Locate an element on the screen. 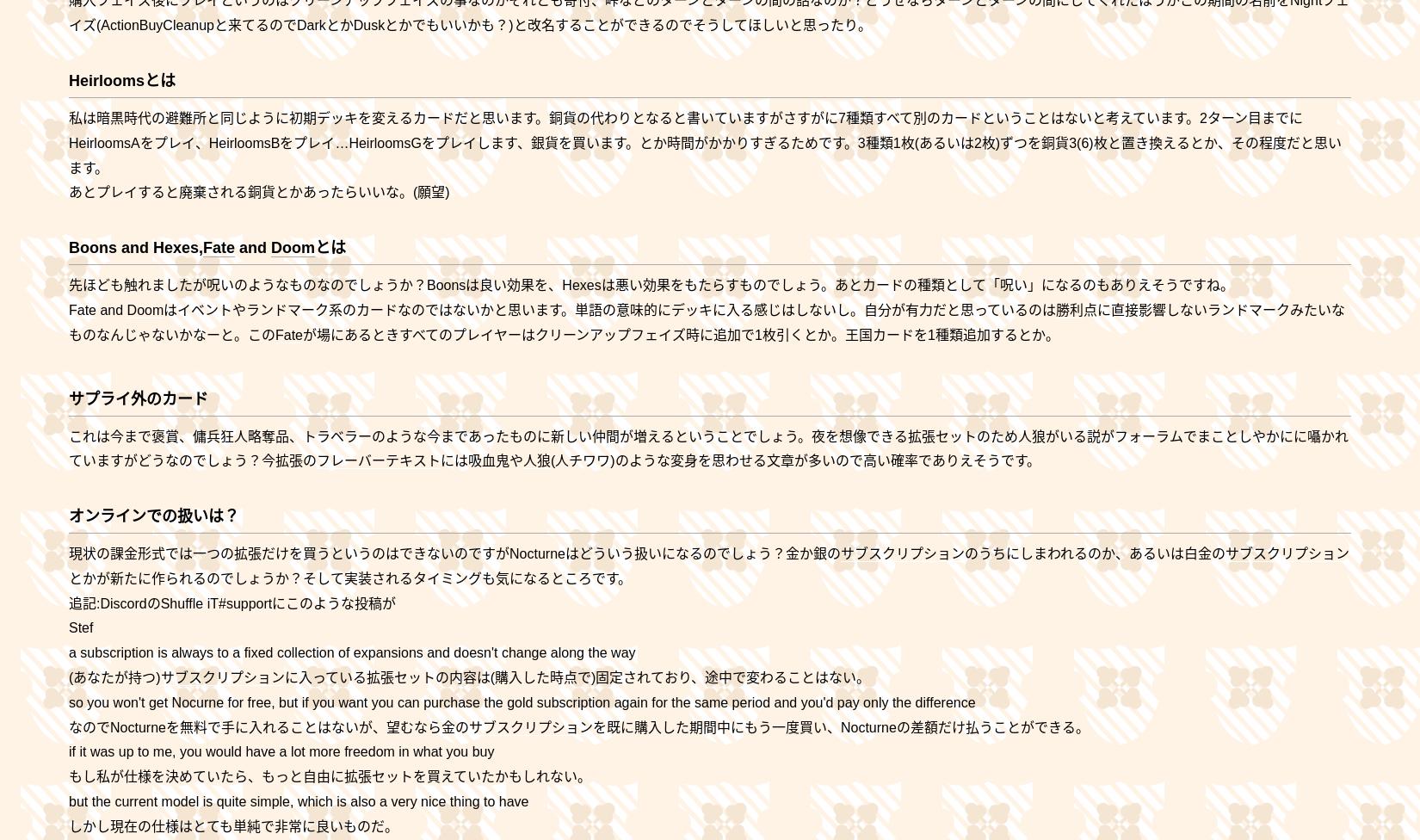  'が場にあるときすべてのプレイヤーはクリーンアップフェイズ時に追加で1枚引くとか。王国カードを1種類追加するとか。' is located at coordinates (680, 333).